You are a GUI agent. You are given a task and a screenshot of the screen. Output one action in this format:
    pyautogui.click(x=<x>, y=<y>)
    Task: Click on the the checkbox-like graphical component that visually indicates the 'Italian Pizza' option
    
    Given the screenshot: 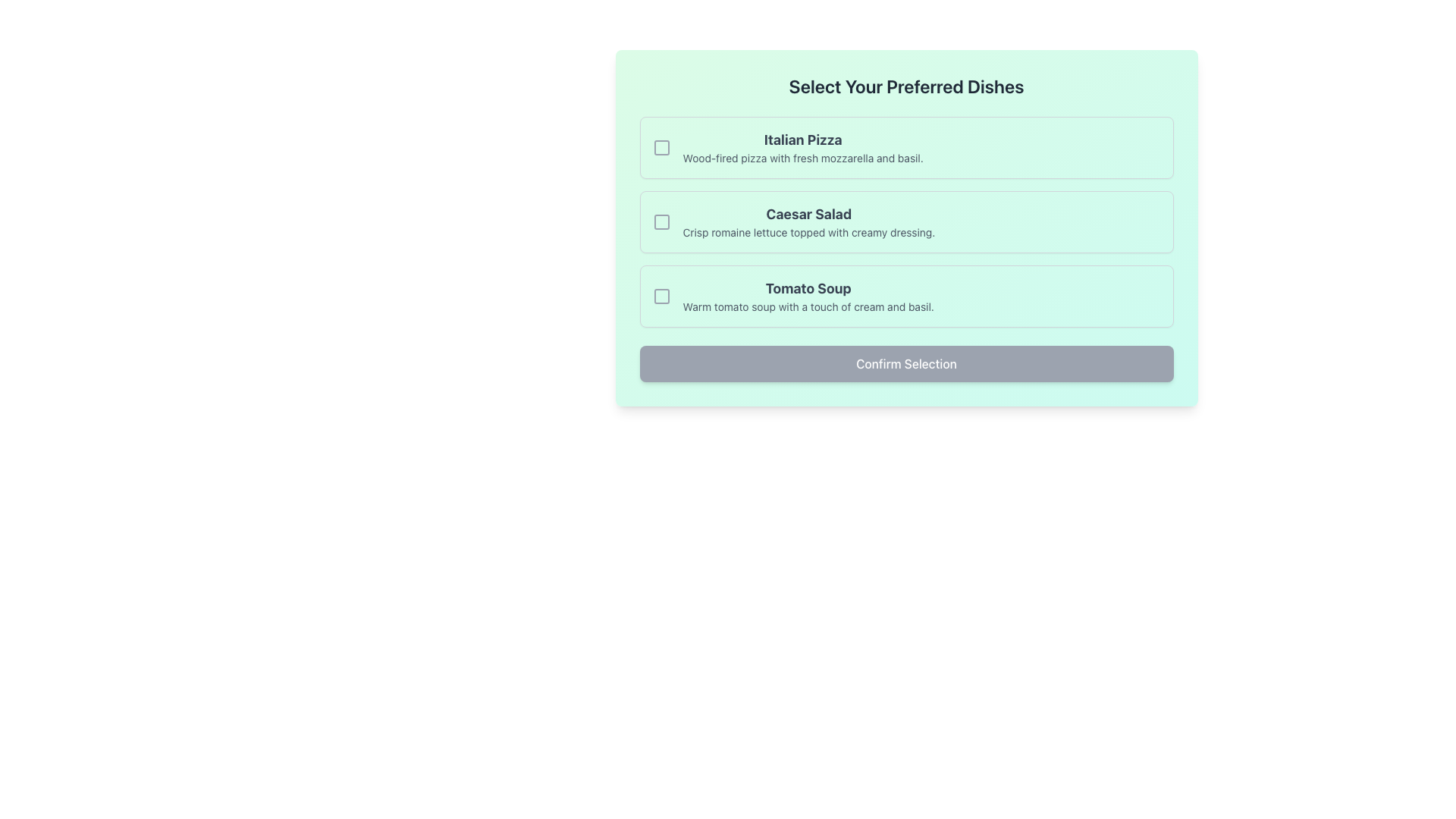 What is the action you would take?
    pyautogui.click(x=661, y=148)
    